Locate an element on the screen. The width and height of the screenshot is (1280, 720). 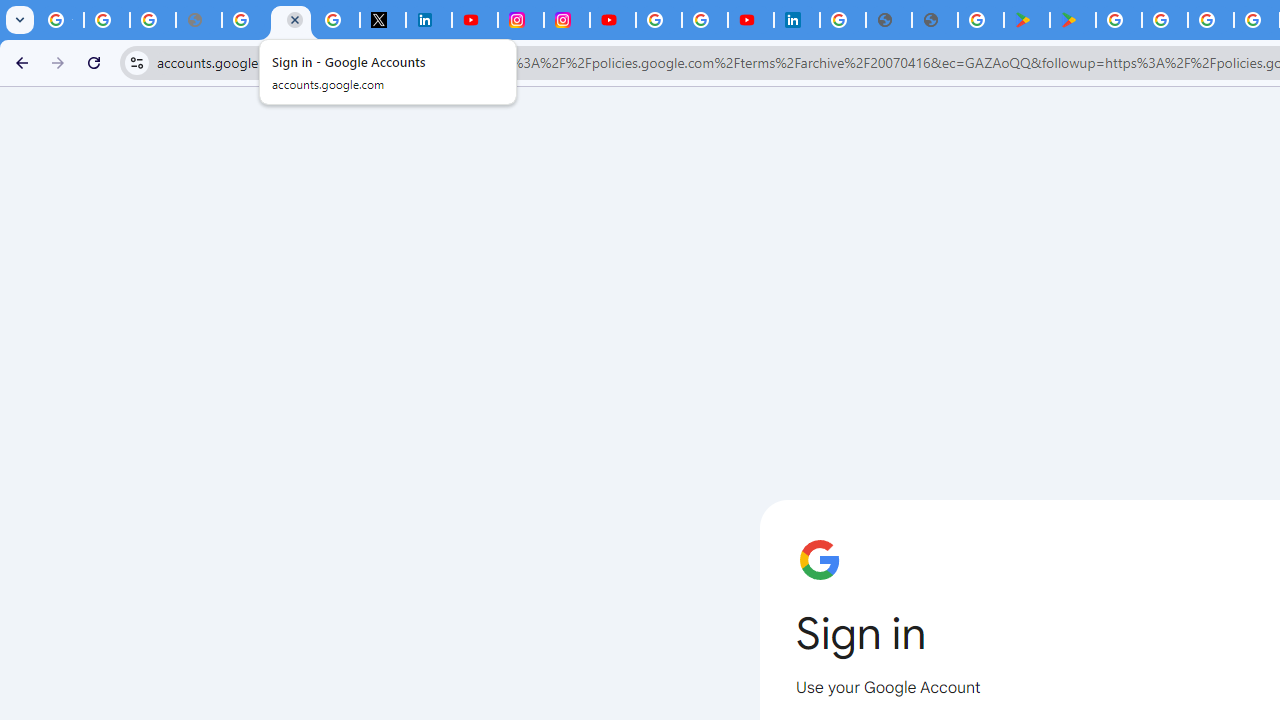
'google_privacy_policy_en.pdf' is located at coordinates (888, 20).